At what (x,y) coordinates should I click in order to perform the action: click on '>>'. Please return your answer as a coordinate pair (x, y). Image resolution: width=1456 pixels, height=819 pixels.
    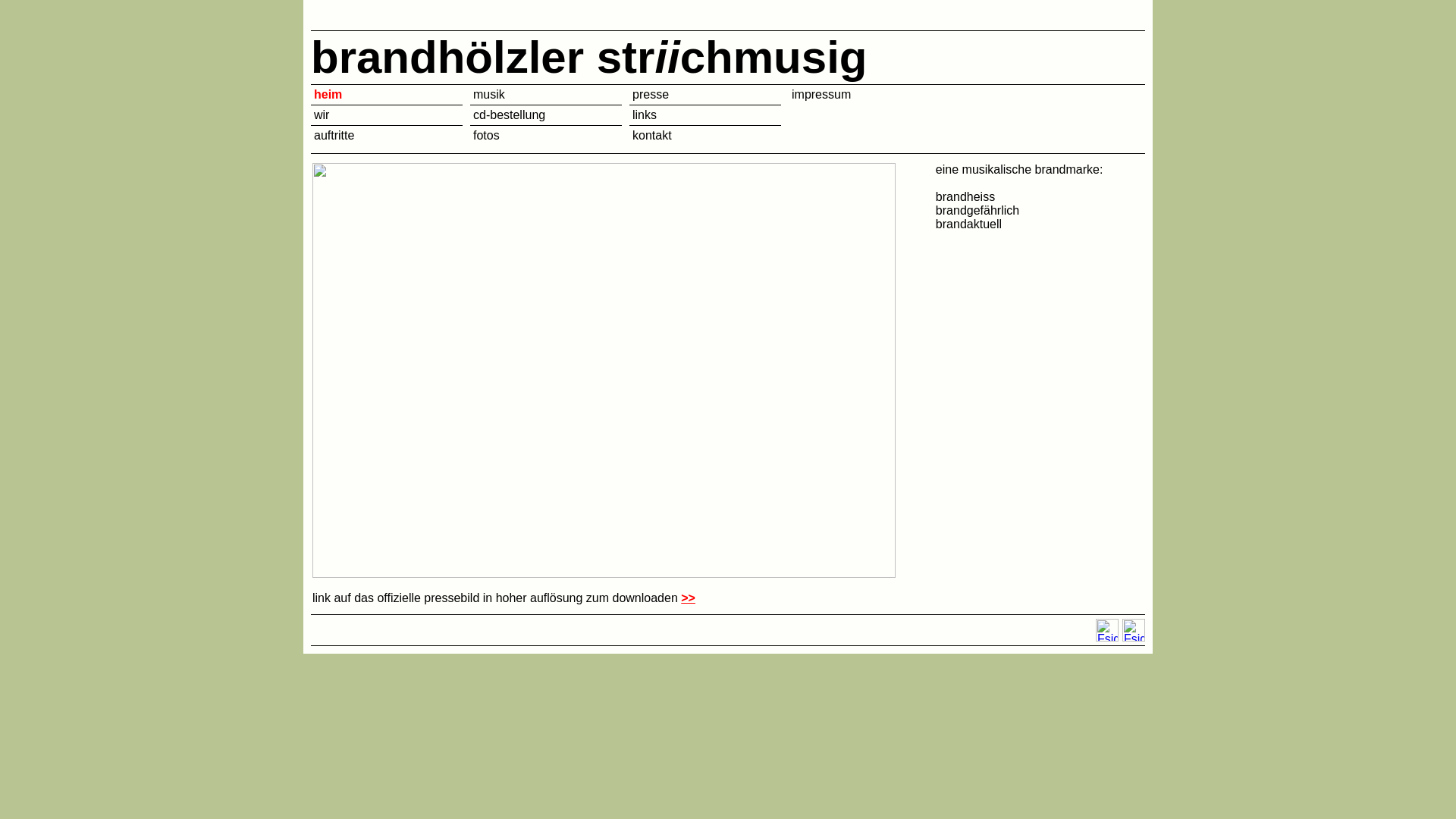
    Looking at the image, I should click on (687, 597).